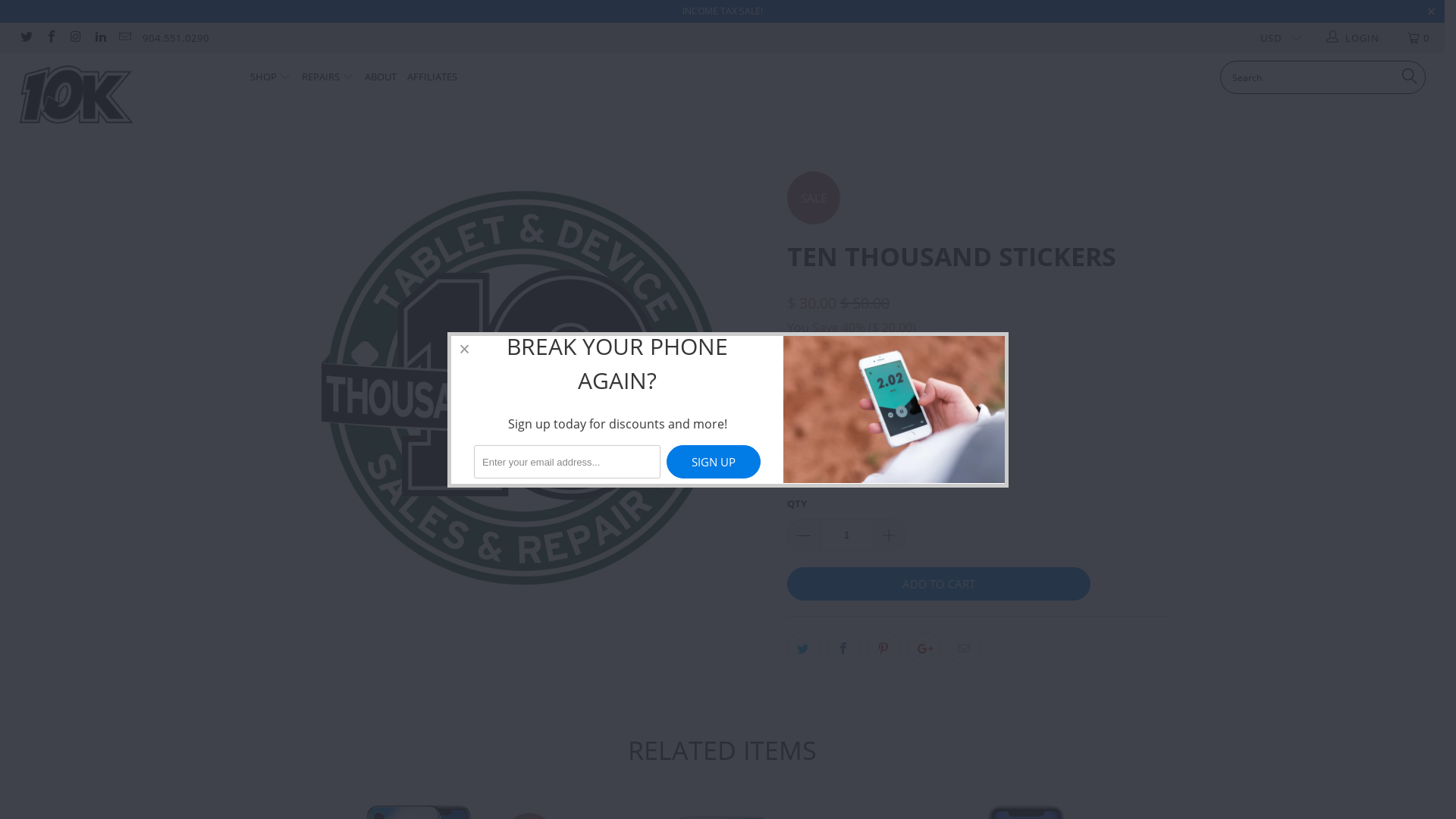 The width and height of the screenshot is (1456, 819). Describe the element at coordinates (250, 77) in the screenshot. I see `'SHOP'` at that location.